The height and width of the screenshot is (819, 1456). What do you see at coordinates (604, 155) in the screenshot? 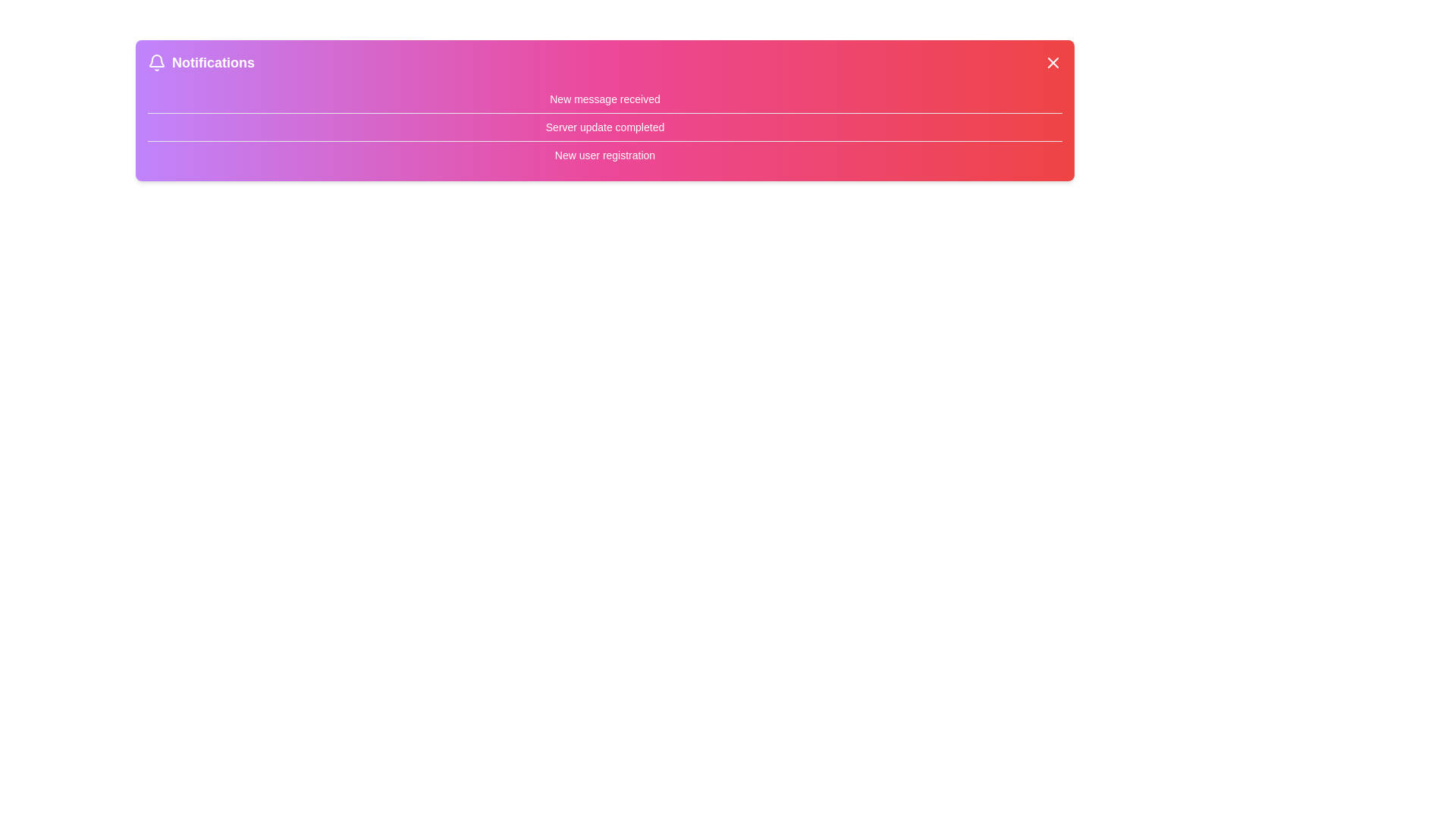
I see `the static text element displaying 'New user registration', which is positioned at the bottom of a notification list with a gradient background` at bounding box center [604, 155].